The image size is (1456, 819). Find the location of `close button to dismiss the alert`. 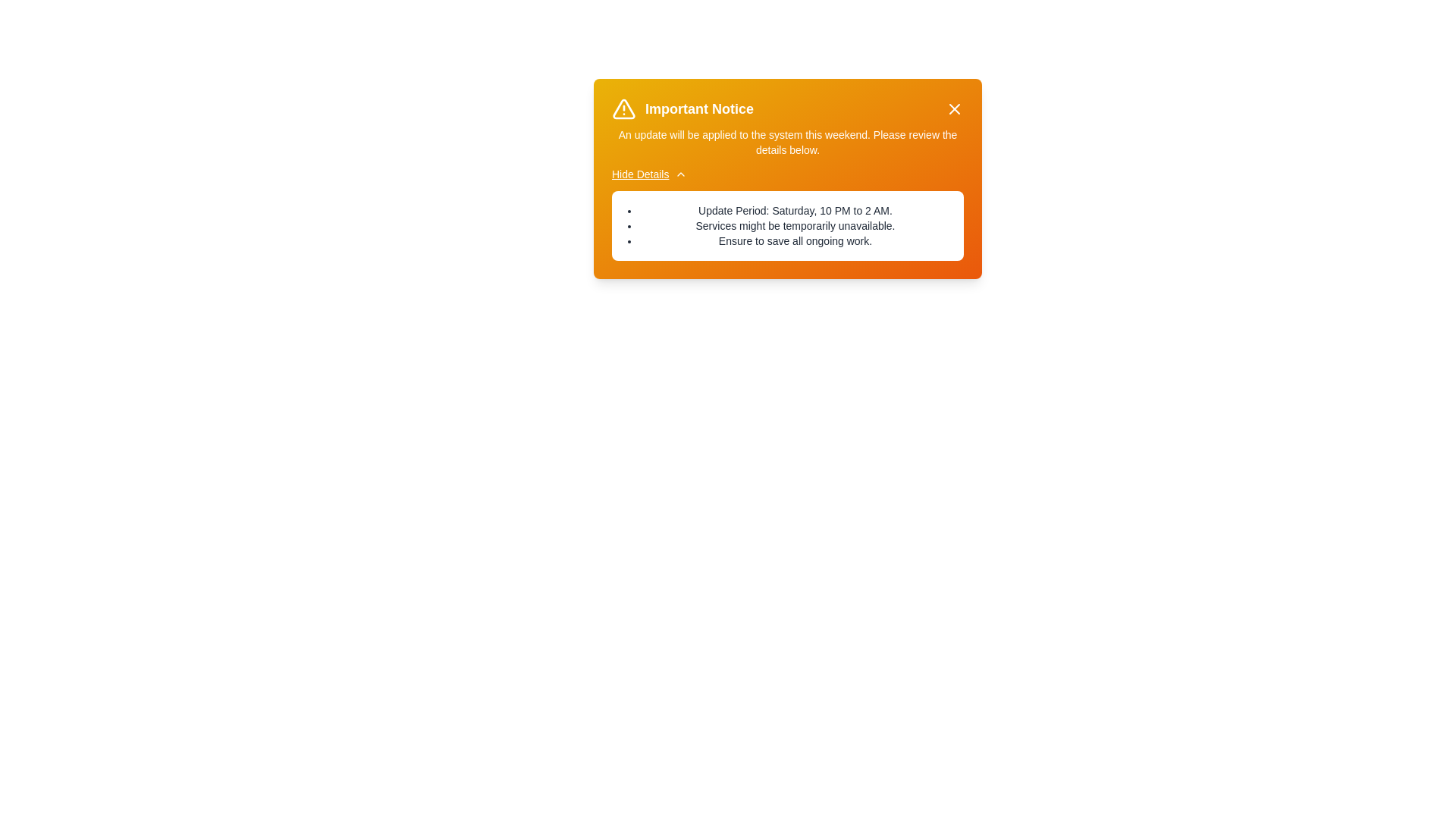

close button to dismiss the alert is located at coordinates (953, 108).